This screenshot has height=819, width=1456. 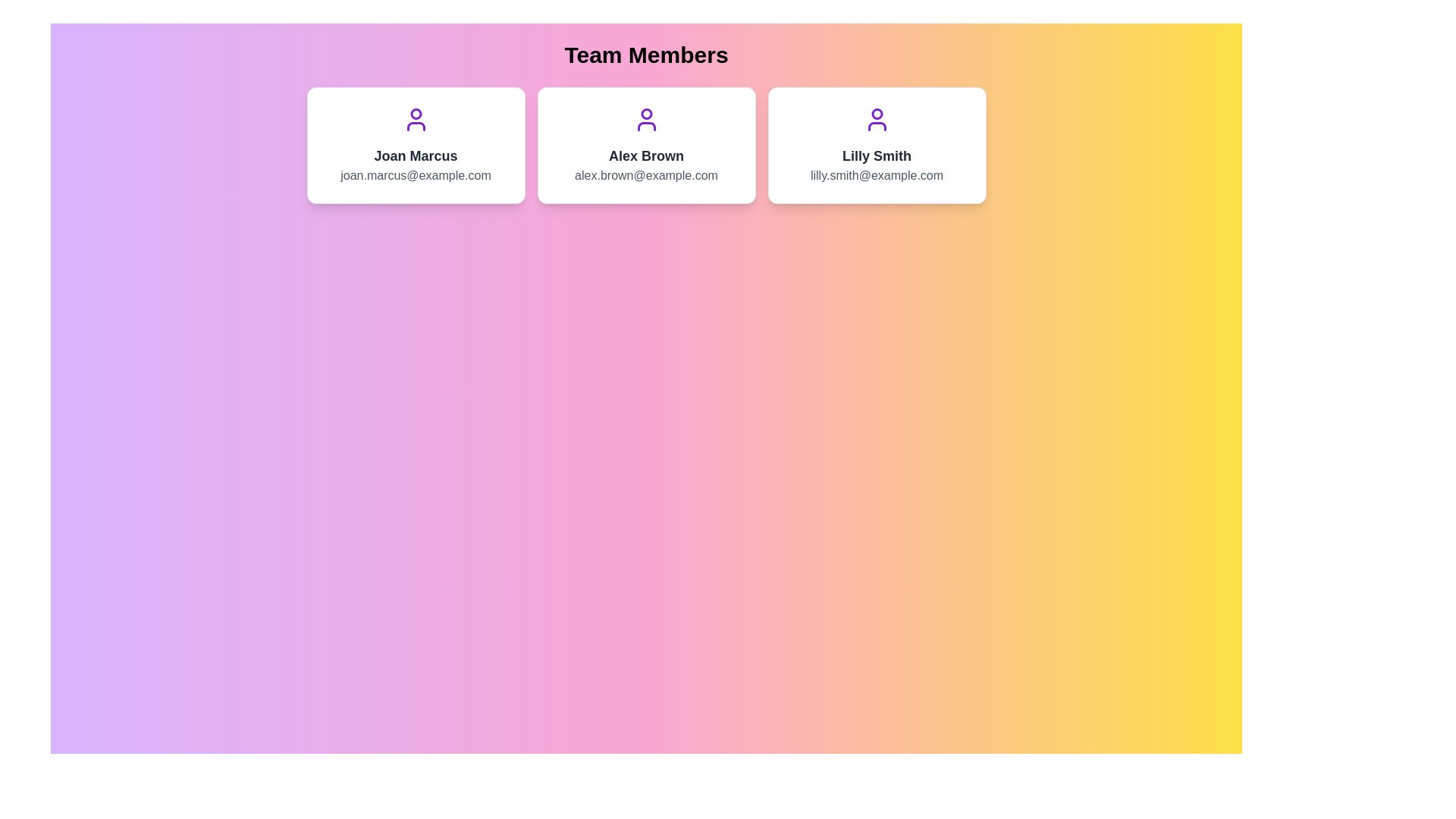 What do you see at coordinates (646, 155) in the screenshot?
I see `text label displaying 'Alex Brown', which is bold, dark gray, and centered within the middle card of the layout` at bounding box center [646, 155].